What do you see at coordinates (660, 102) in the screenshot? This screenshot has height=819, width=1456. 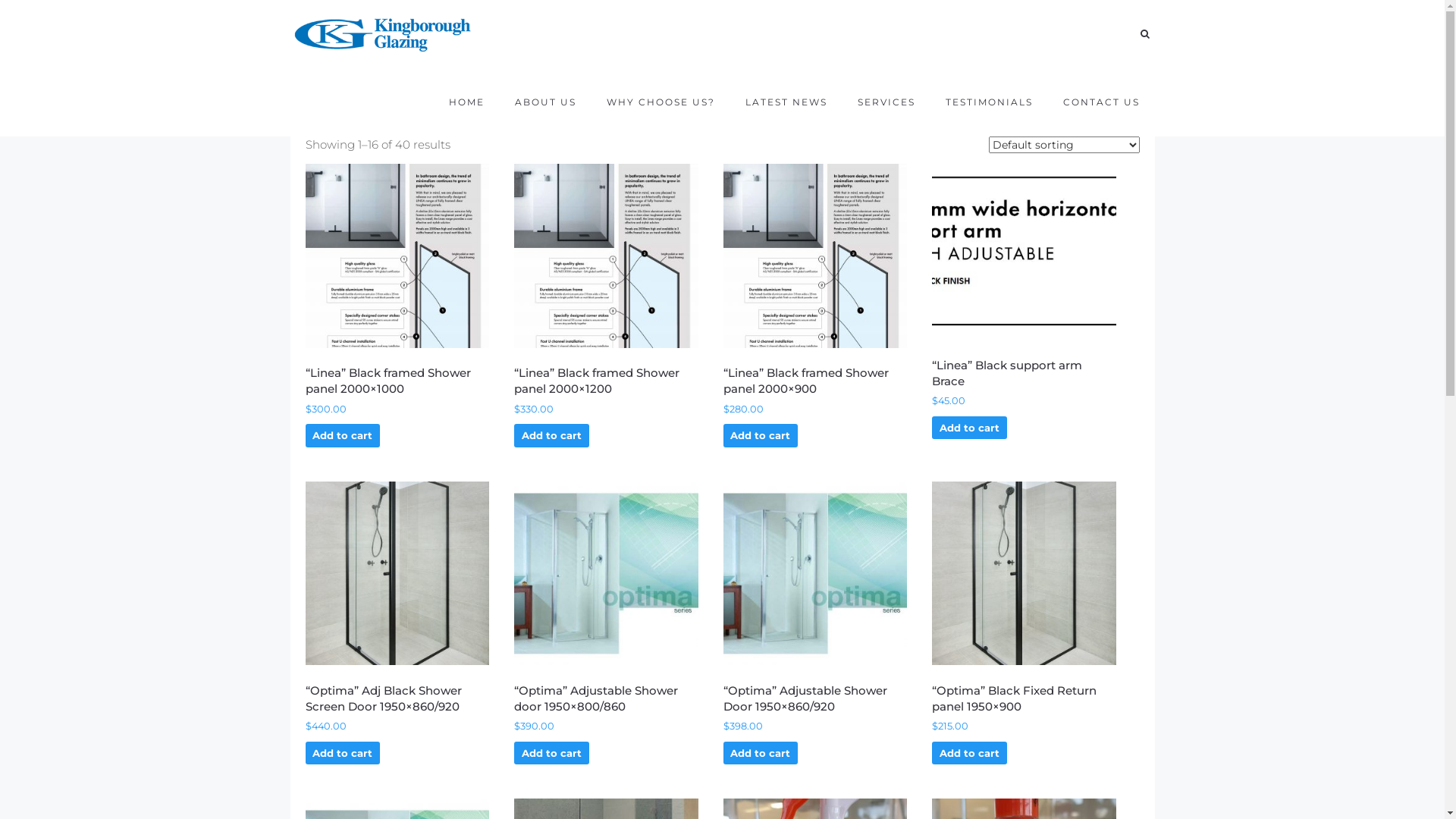 I see `'WHY CHOOSE US?'` at bounding box center [660, 102].